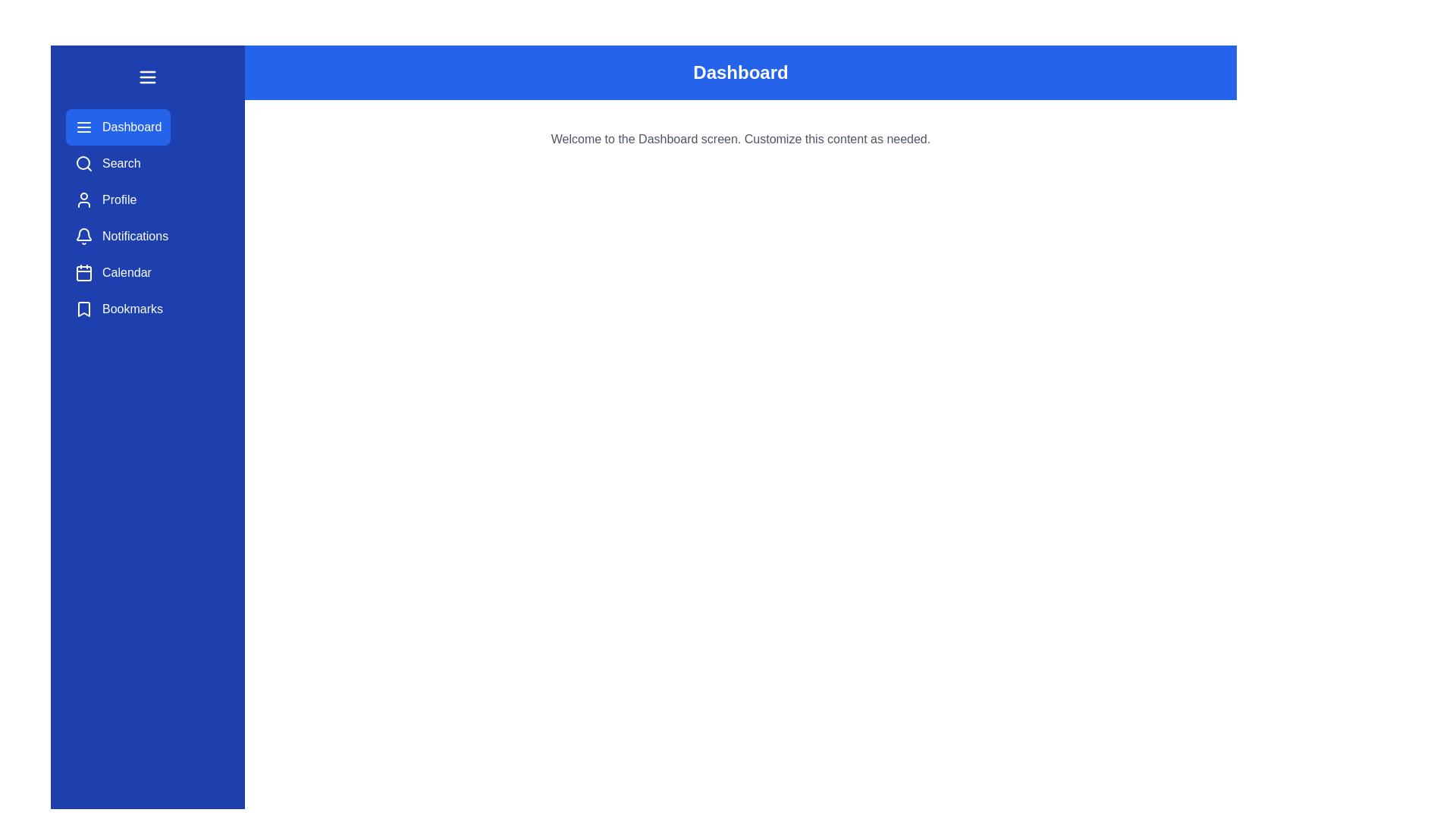 This screenshot has height=819, width=1456. Describe the element at coordinates (83, 309) in the screenshot. I see `the bookmark icon located in the sidebar of the application interface` at that location.